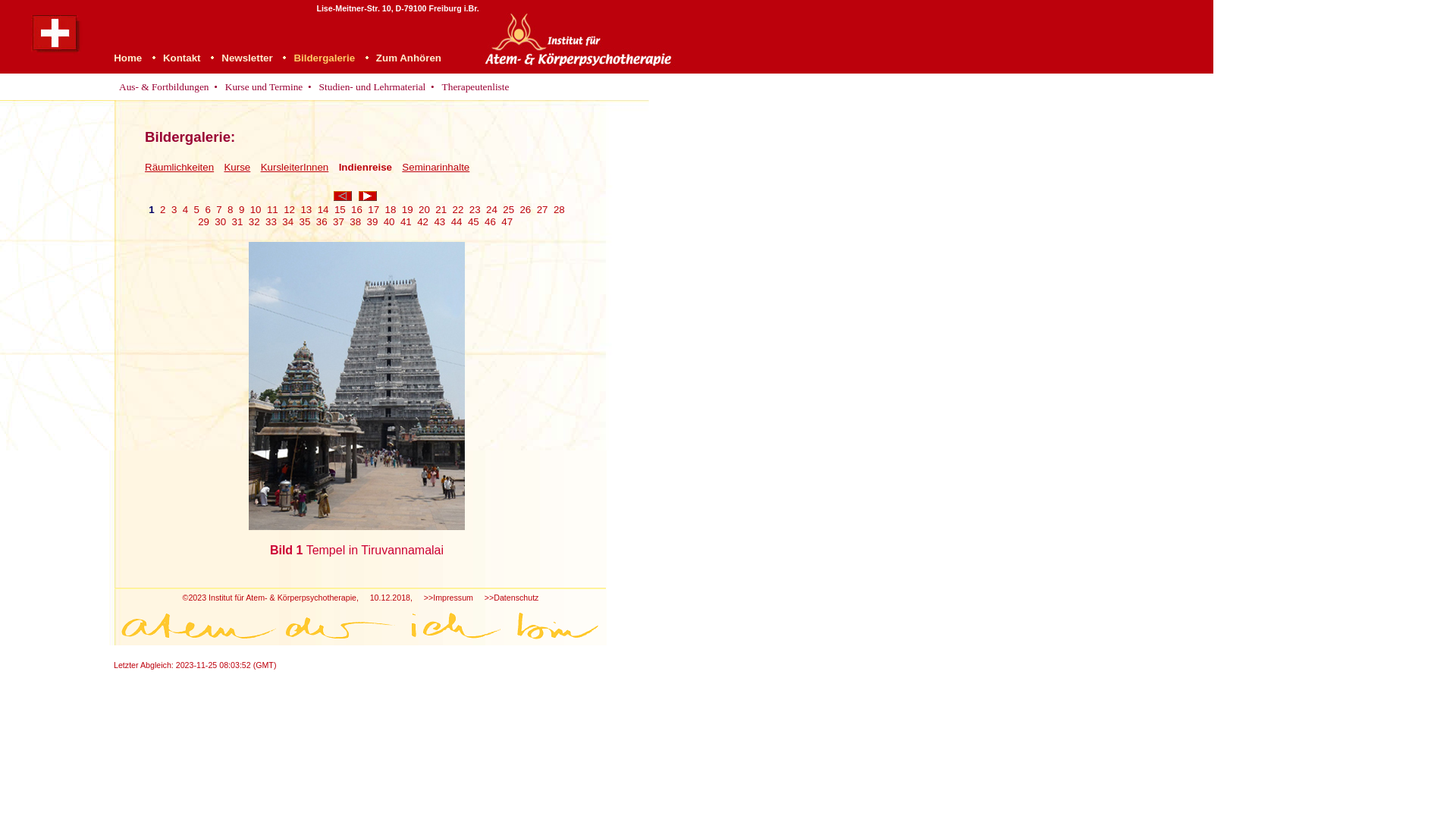 This screenshot has width=1456, height=819. Describe the element at coordinates (305, 209) in the screenshot. I see `'13'` at that location.